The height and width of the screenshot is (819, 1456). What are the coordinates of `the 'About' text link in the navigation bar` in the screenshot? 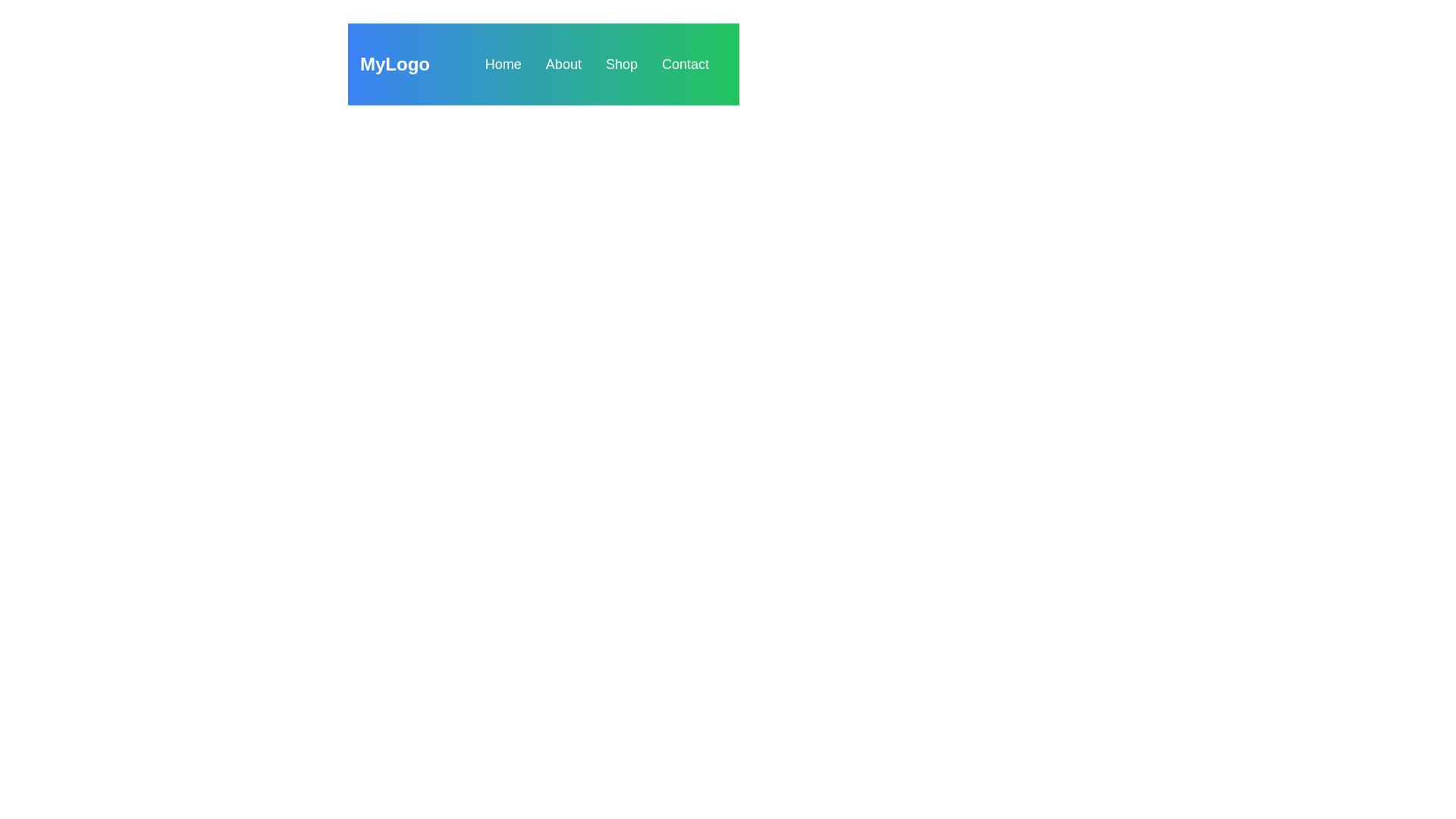 It's located at (563, 63).